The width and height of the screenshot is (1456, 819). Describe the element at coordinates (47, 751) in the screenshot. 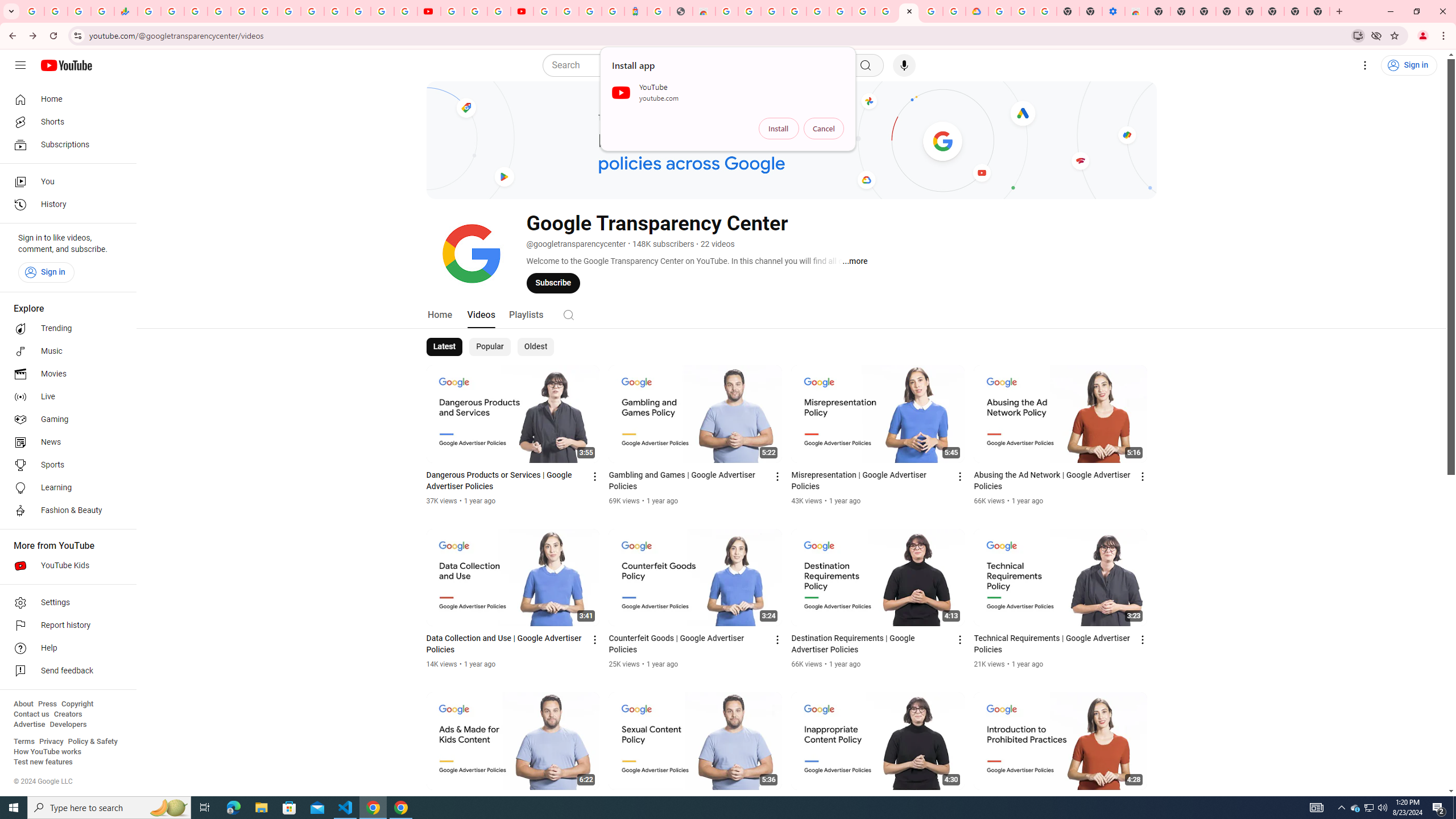

I see `'How YouTube works'` at that location.